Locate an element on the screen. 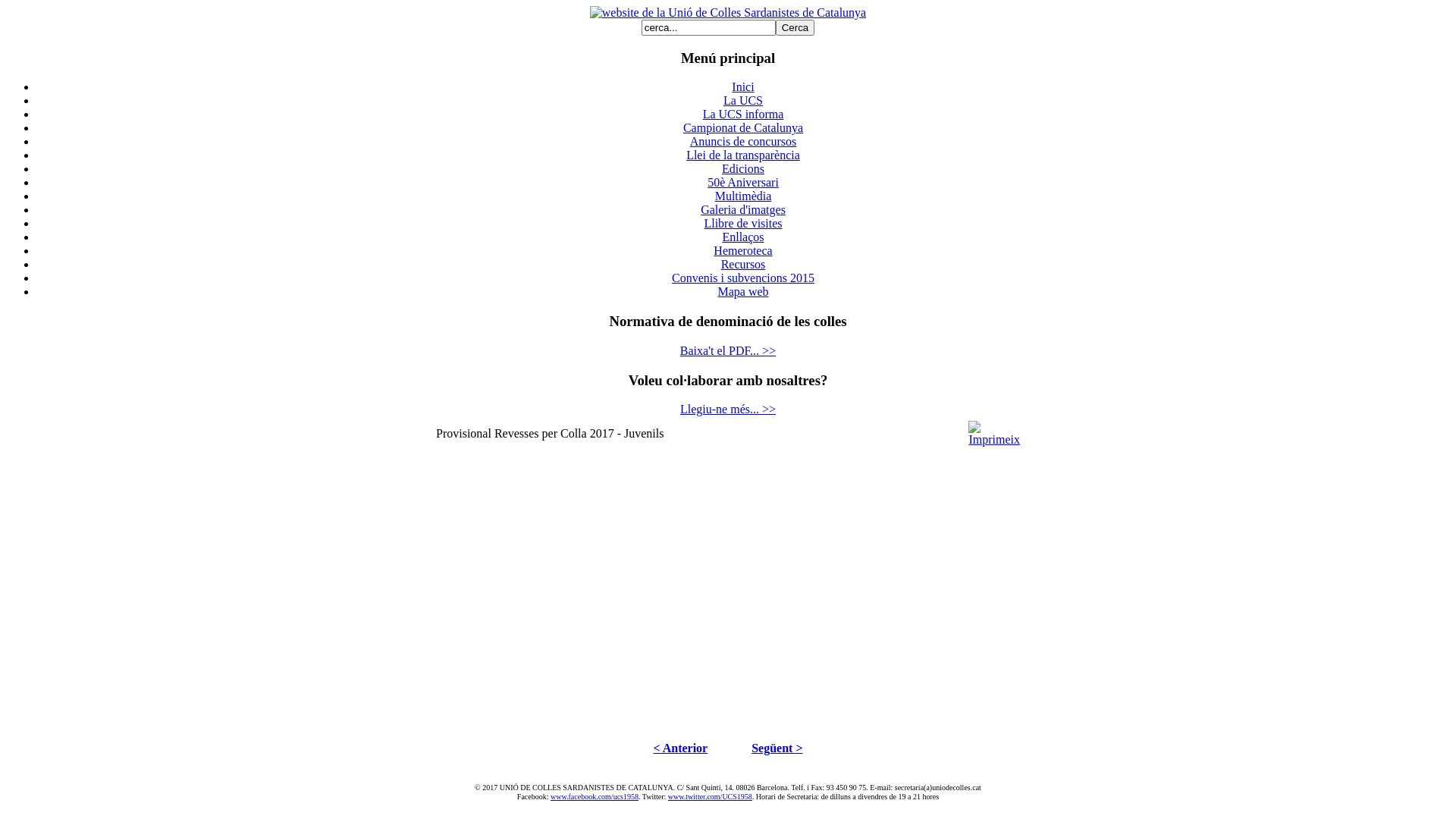 This screenshot has width=1456, height=819. 'www.twitter.com/UCS1958' is located at coordinates (709, 795).